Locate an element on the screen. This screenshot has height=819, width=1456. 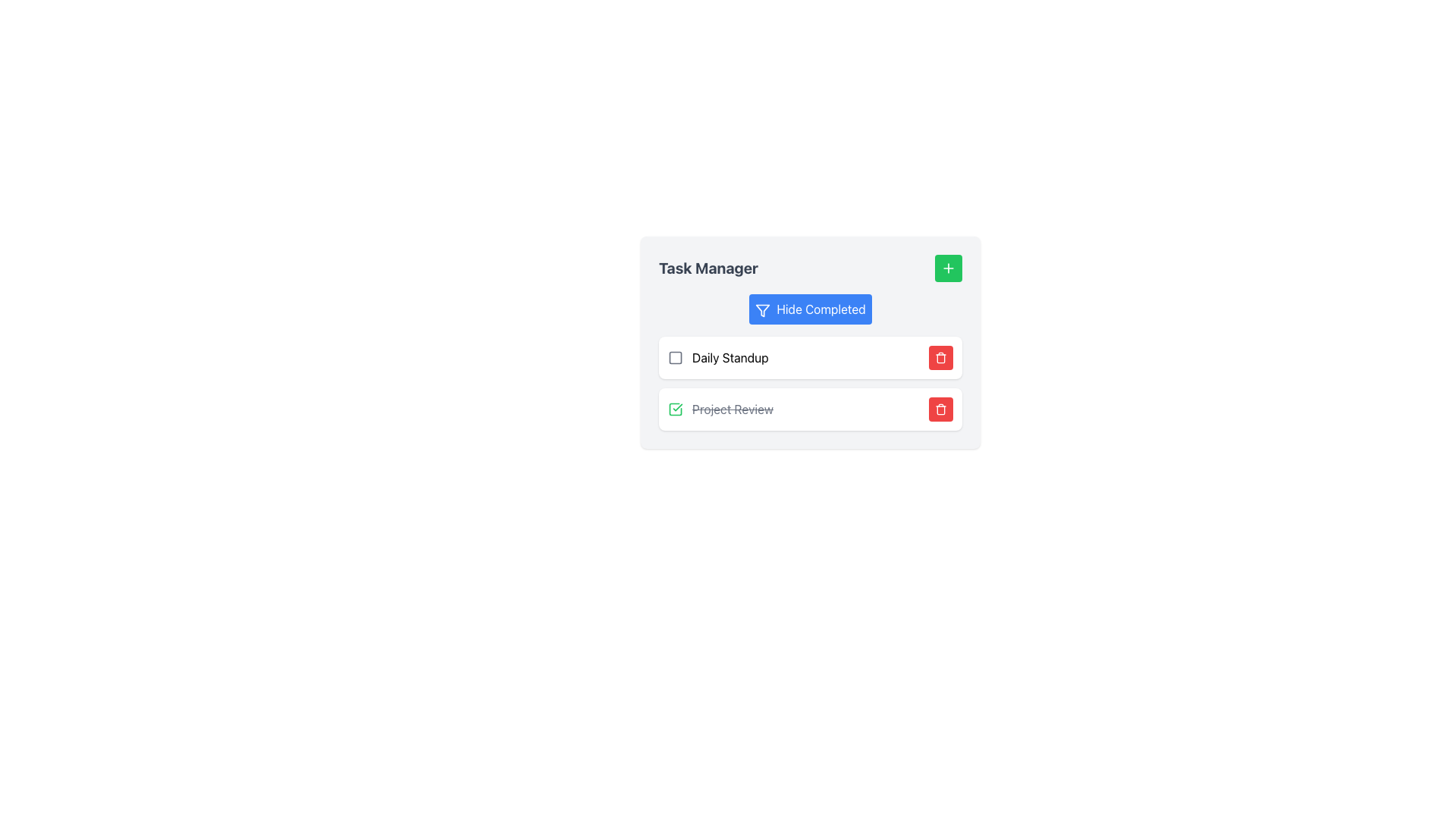
the medium-sized green circular button with a plus symbol located in the top-right corner of the 'Task Manager' section is located at coordinates (948, 268).